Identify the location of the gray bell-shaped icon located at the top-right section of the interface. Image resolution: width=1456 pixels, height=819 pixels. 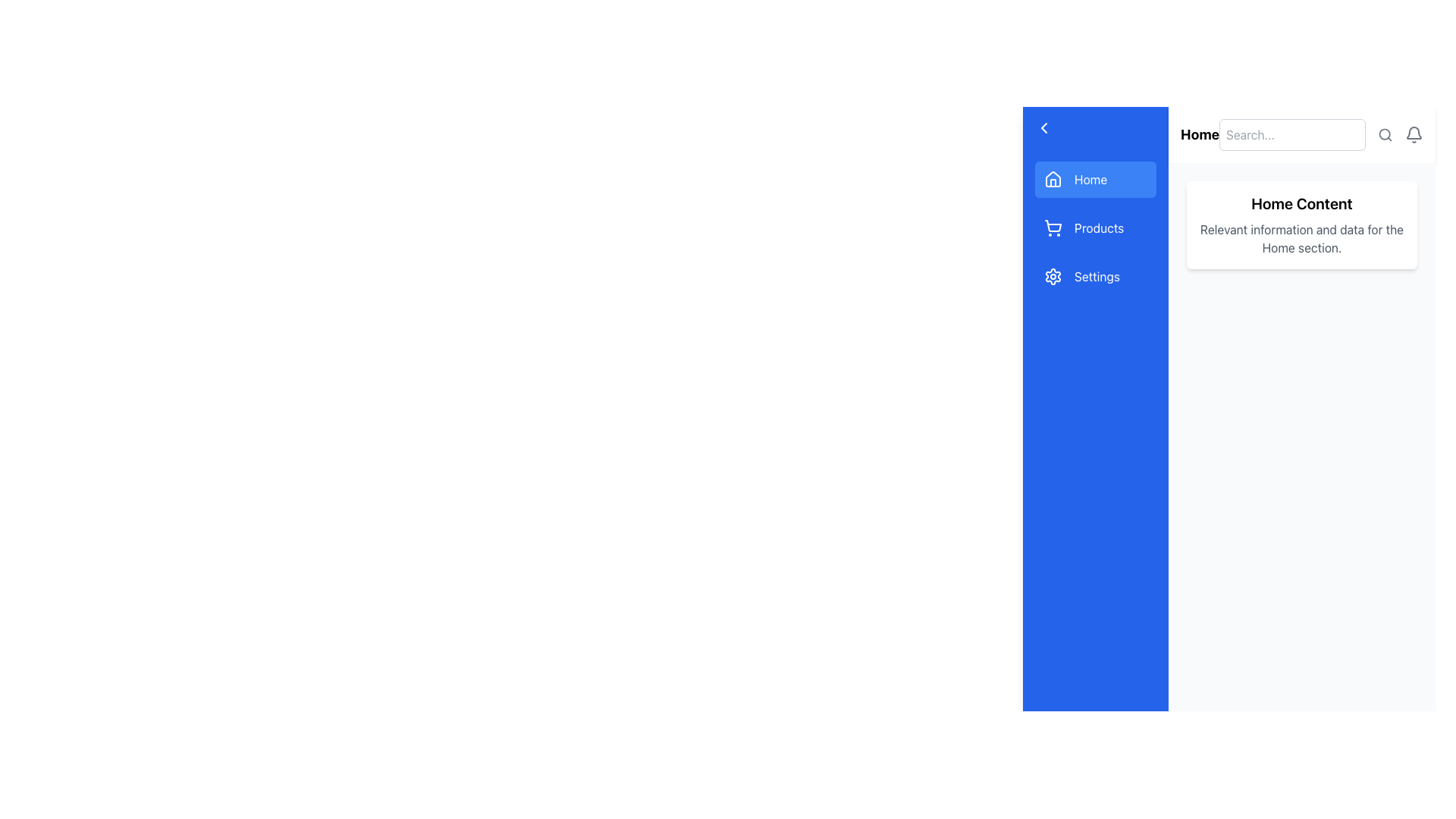
(1414, 133).